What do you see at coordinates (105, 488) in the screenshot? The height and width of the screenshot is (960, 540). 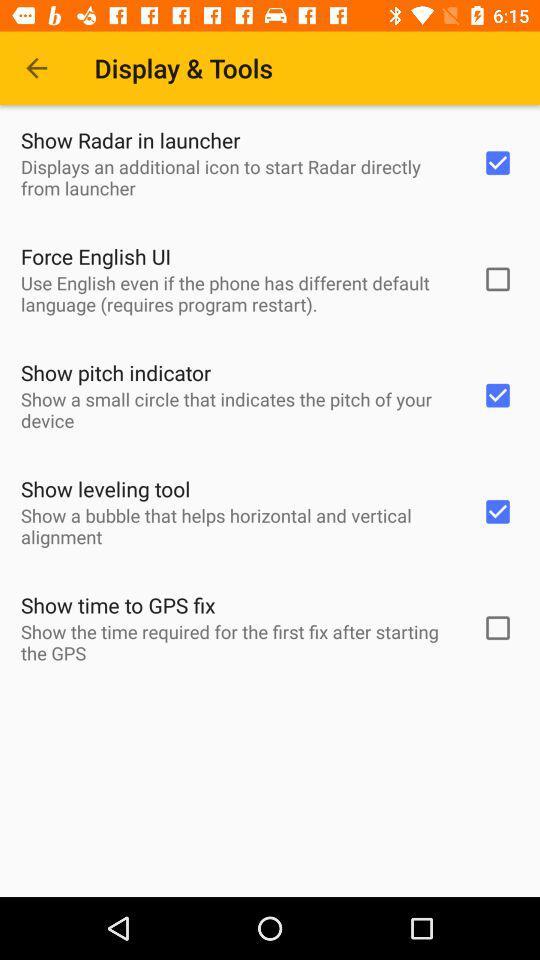 I see `show leveling tool item` at bounding box center [105, 488].